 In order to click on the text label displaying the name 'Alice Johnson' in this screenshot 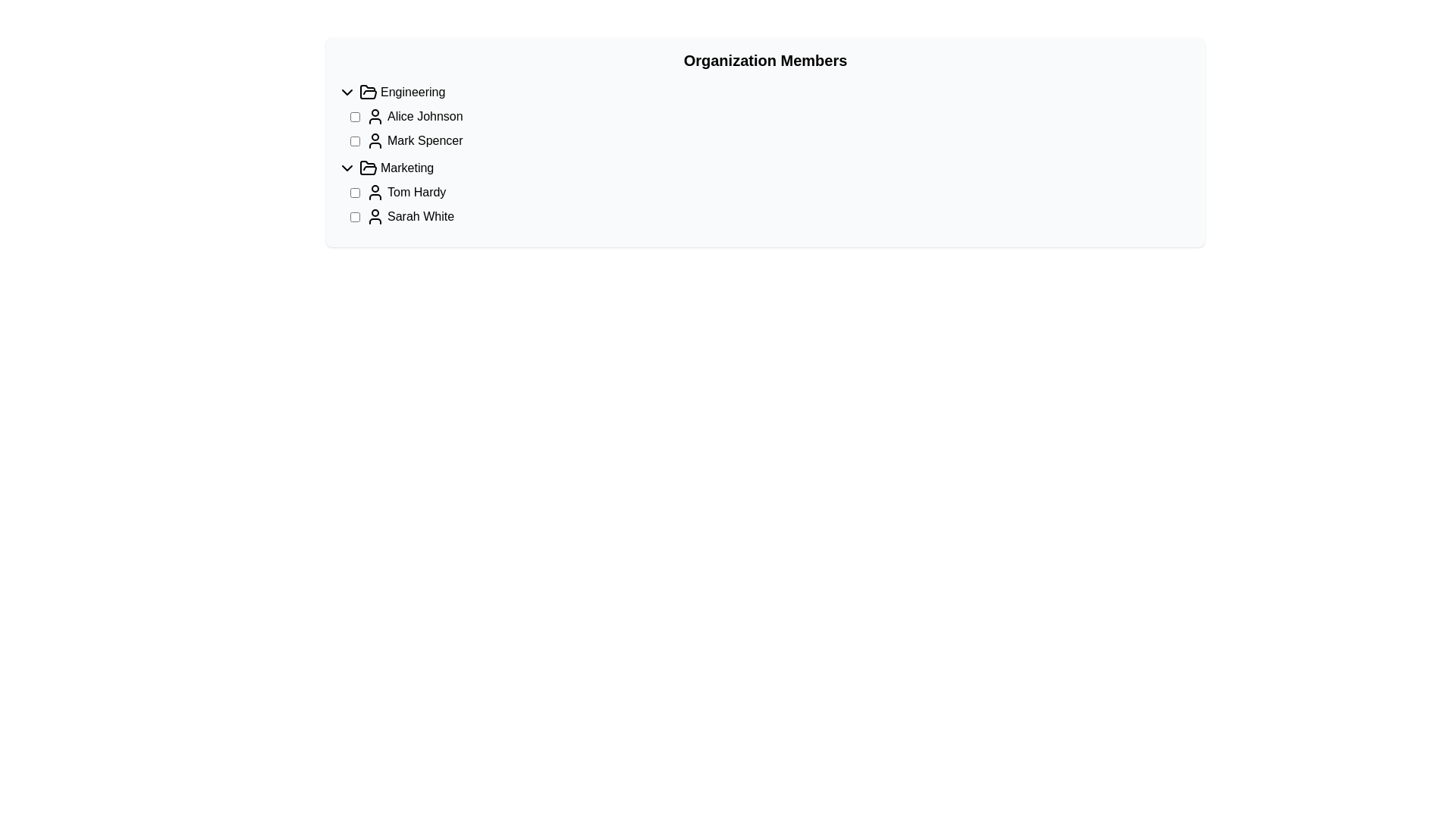, I will do `click(425, 116)`.